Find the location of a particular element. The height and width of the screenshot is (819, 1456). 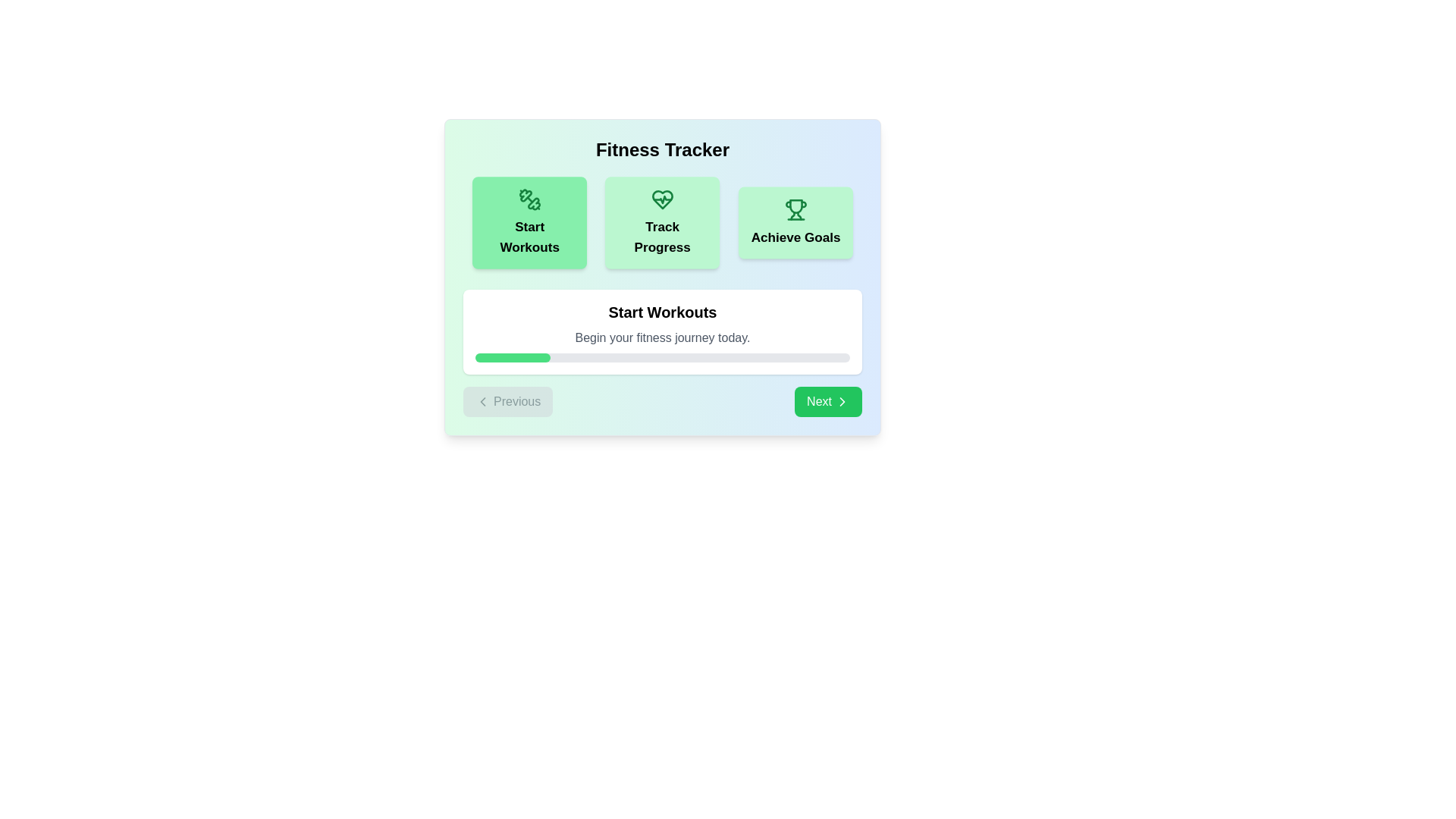

the label that serves as the title for the middle card in the 'Fitness Tracker' section, which indicates progress tracking is located at coordinates (662, 237).